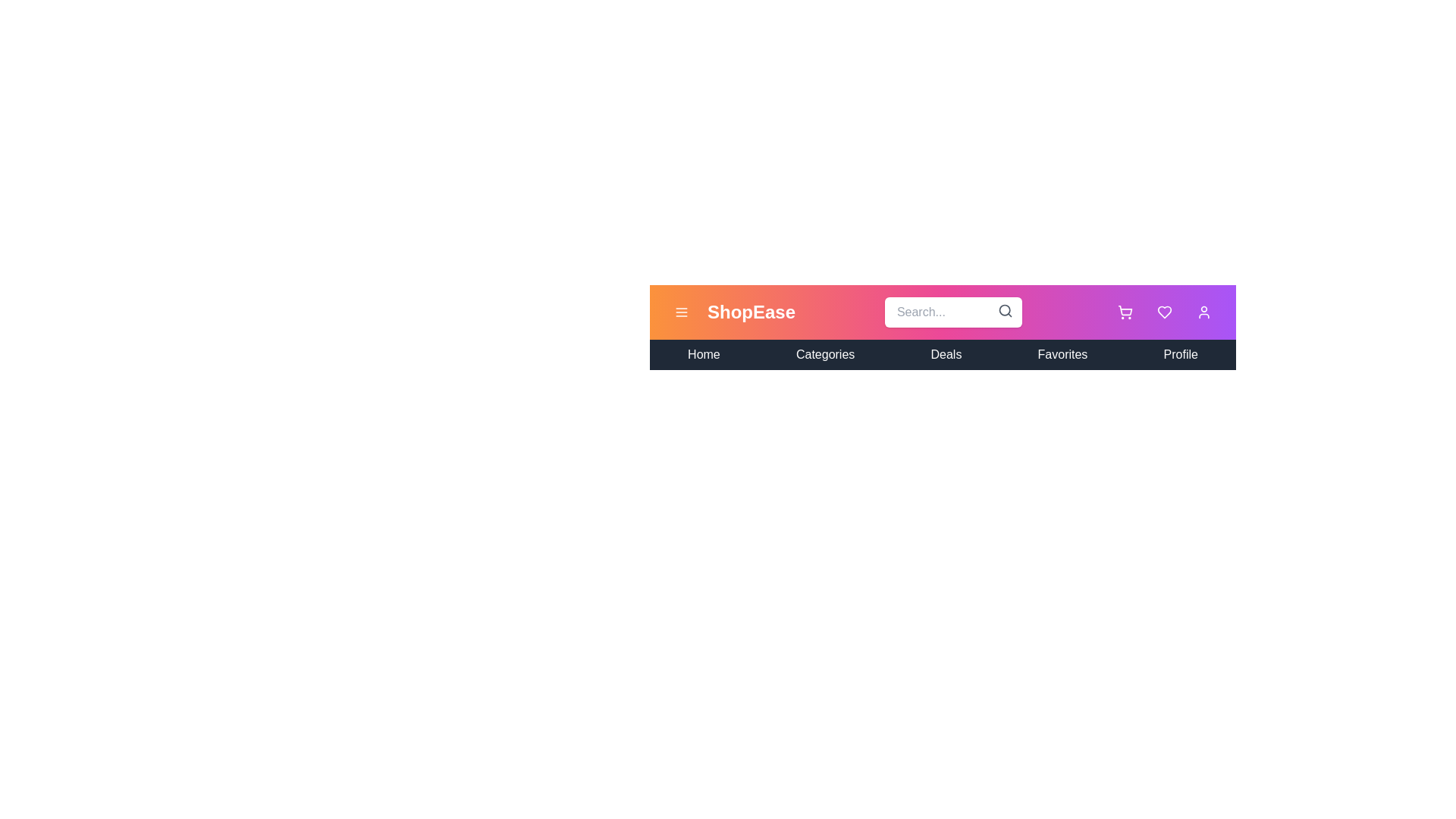  Describe the element at coordinates (1125, 312) in the screenshot. I see `shopping cart icon to view the cart` at that location.